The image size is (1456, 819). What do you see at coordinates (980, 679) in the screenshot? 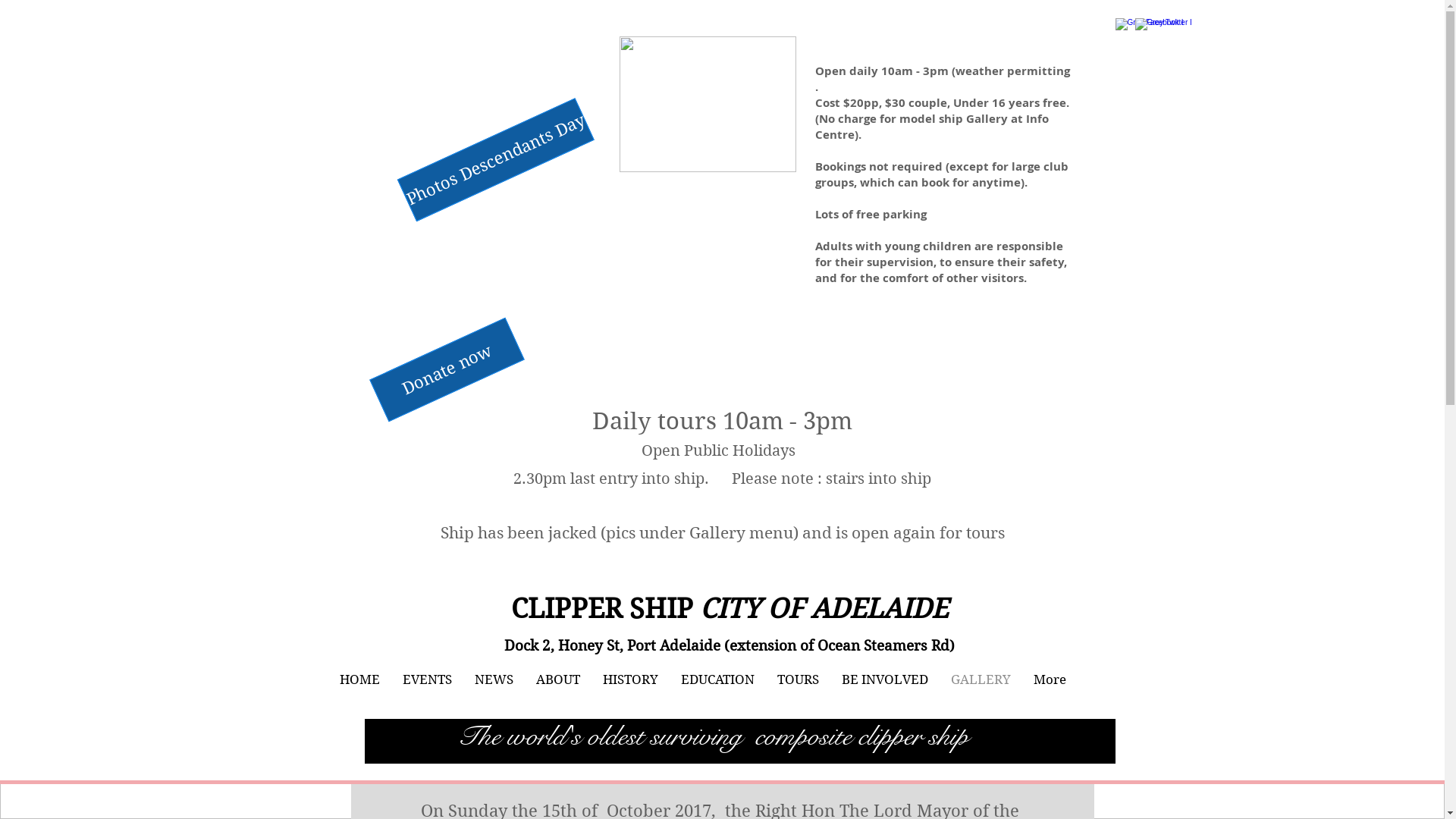
I see `'GALLERY'` at bounding box center [980, 679].